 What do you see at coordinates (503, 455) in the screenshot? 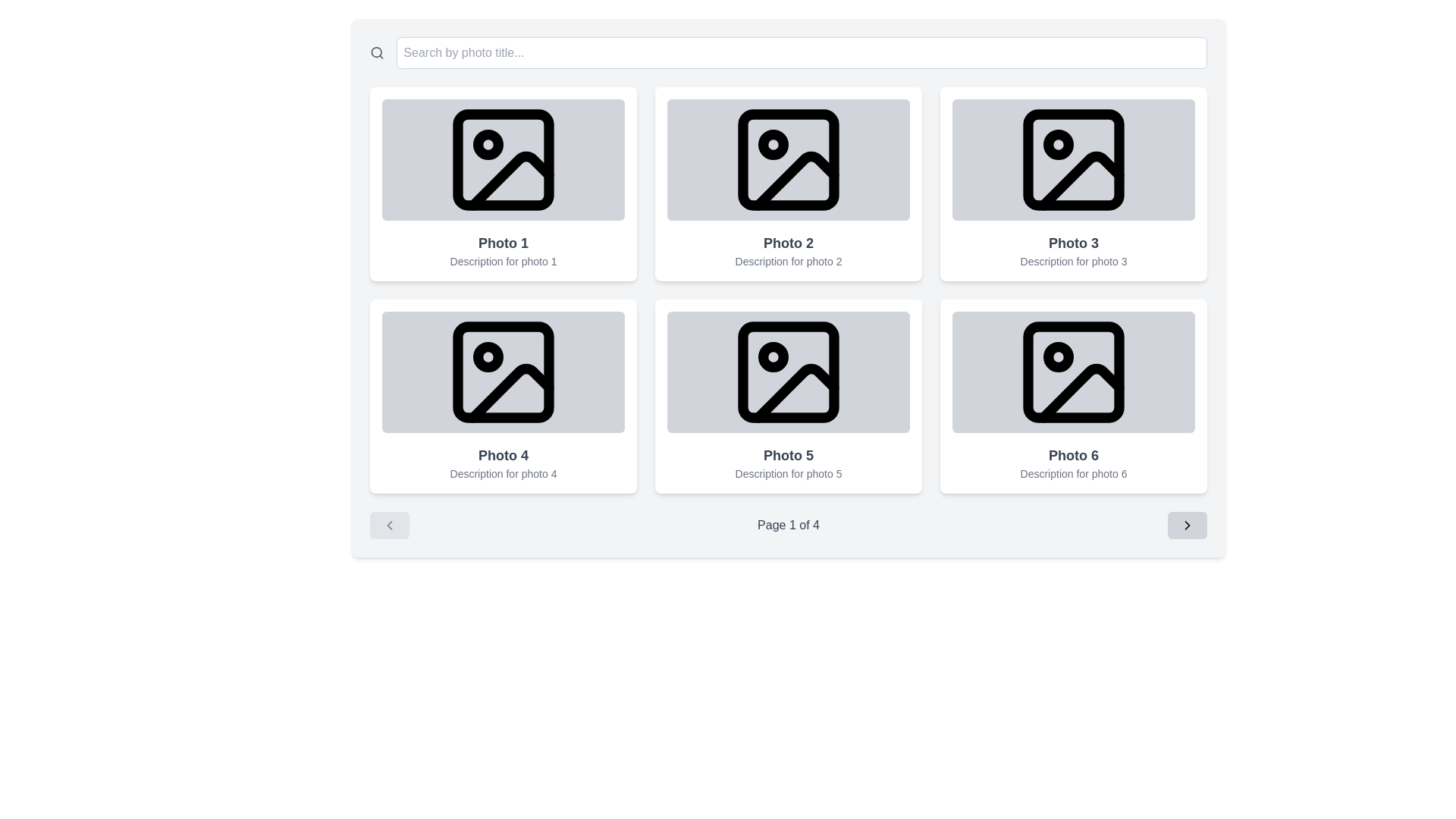
I see `the text label displaying 'Photo 4', which is styled as a title in a bold font and is located in the leftmost card of the second row` at bounding box center [503, 455].